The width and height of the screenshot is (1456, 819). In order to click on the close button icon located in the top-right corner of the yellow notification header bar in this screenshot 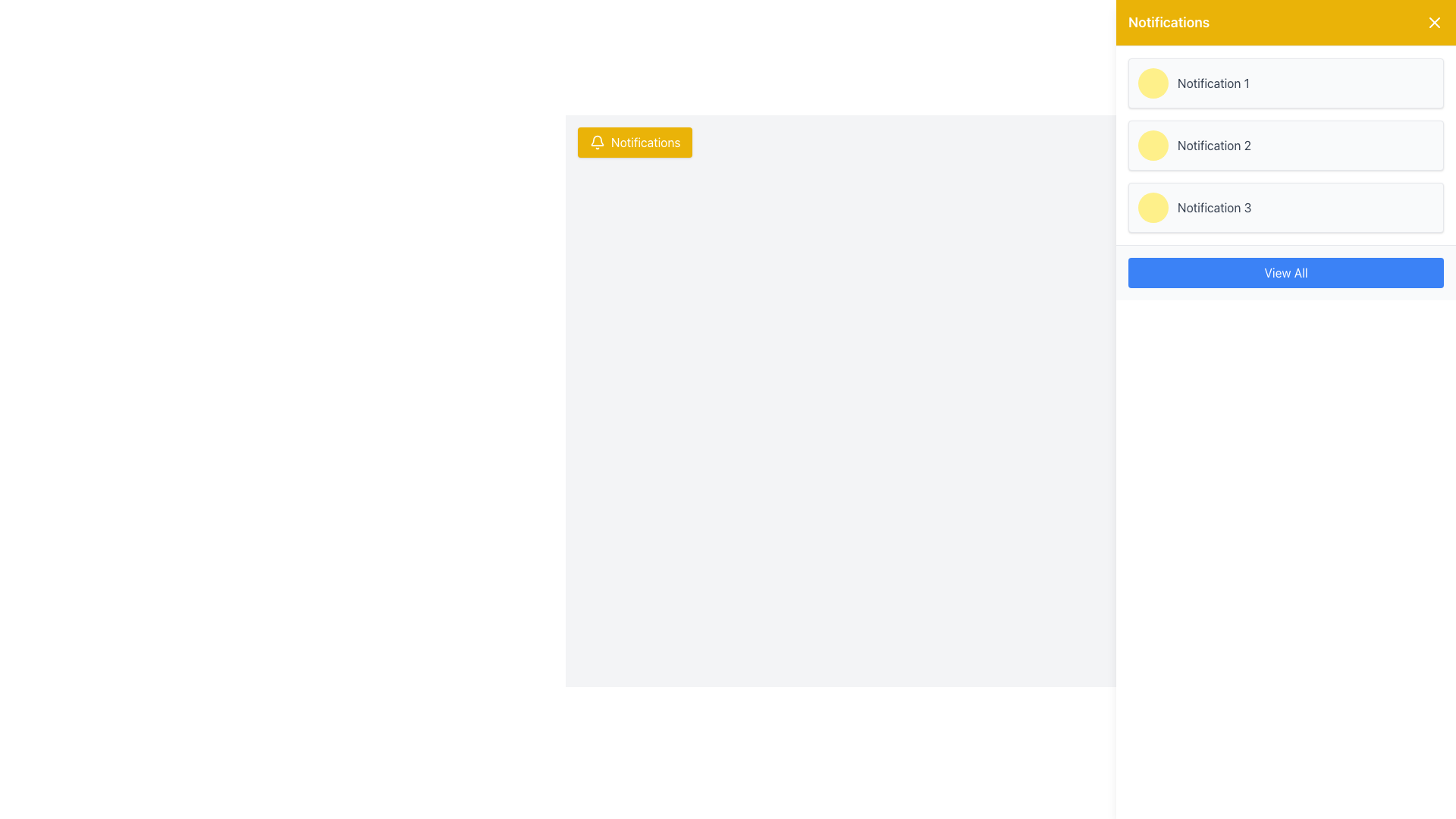, I will do `click(1433, 23)`.